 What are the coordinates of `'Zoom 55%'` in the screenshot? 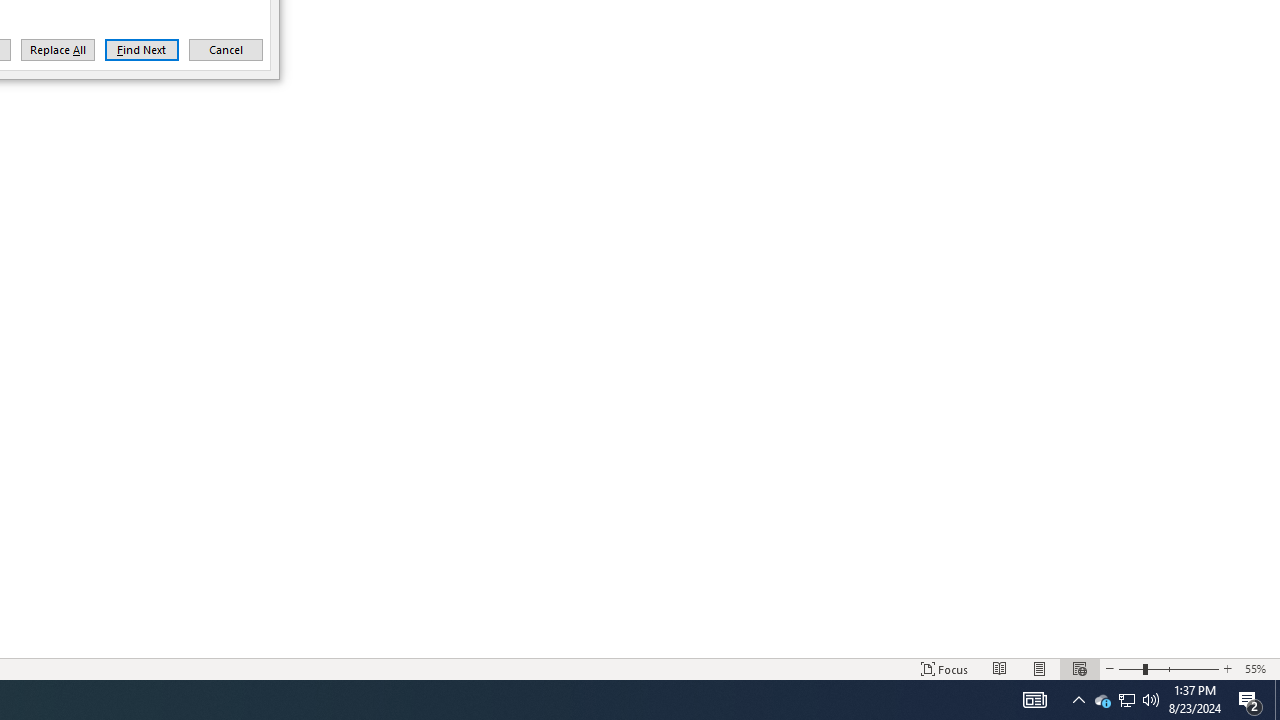 It's located at (1257, 669).